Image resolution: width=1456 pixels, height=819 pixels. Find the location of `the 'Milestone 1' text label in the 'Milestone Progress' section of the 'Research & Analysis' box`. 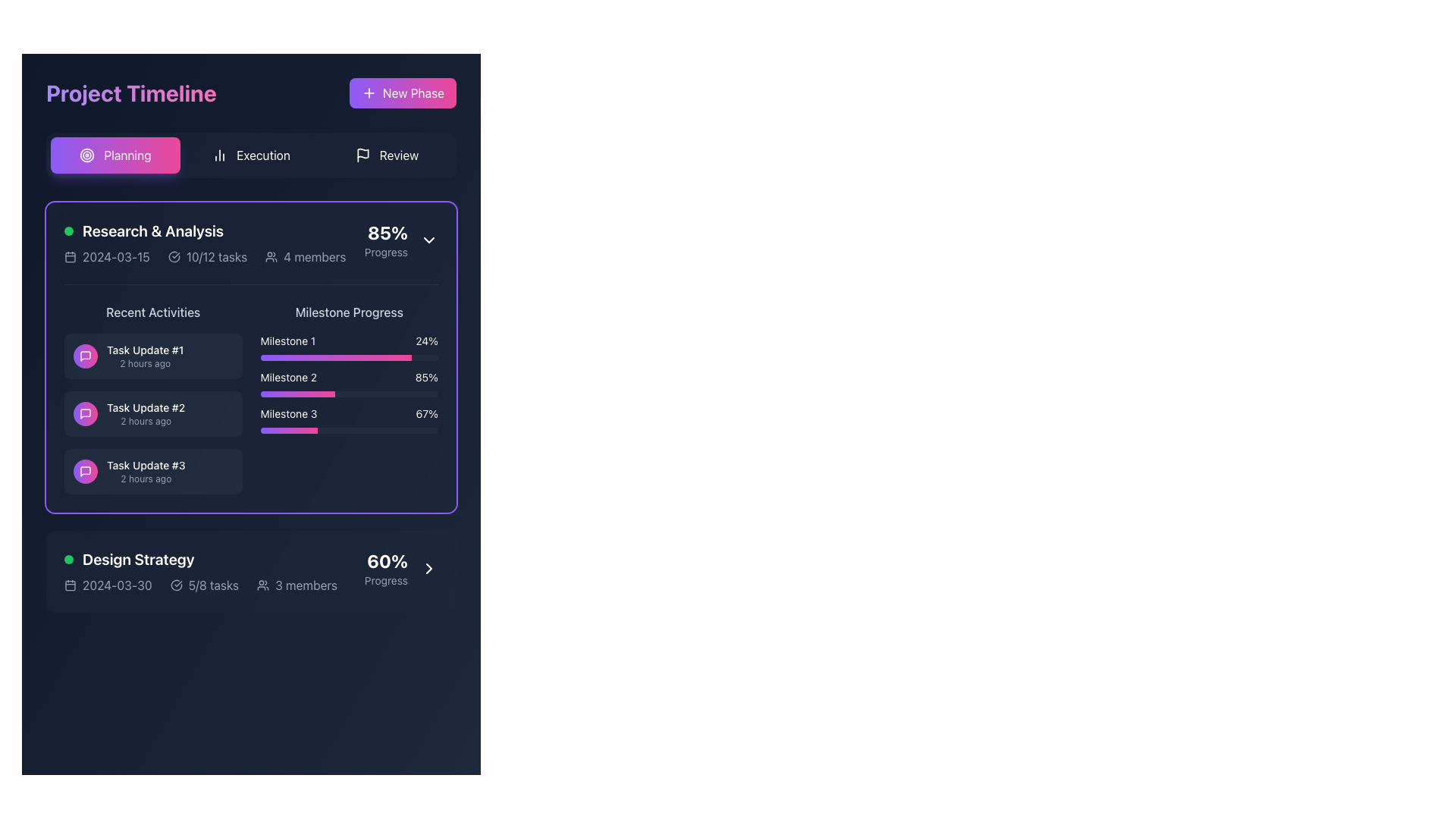

the 'Milestone 1' text label in the 'Milestone Progress' section of the 'Research & Analysis' box is located at coordinates (287, 341).